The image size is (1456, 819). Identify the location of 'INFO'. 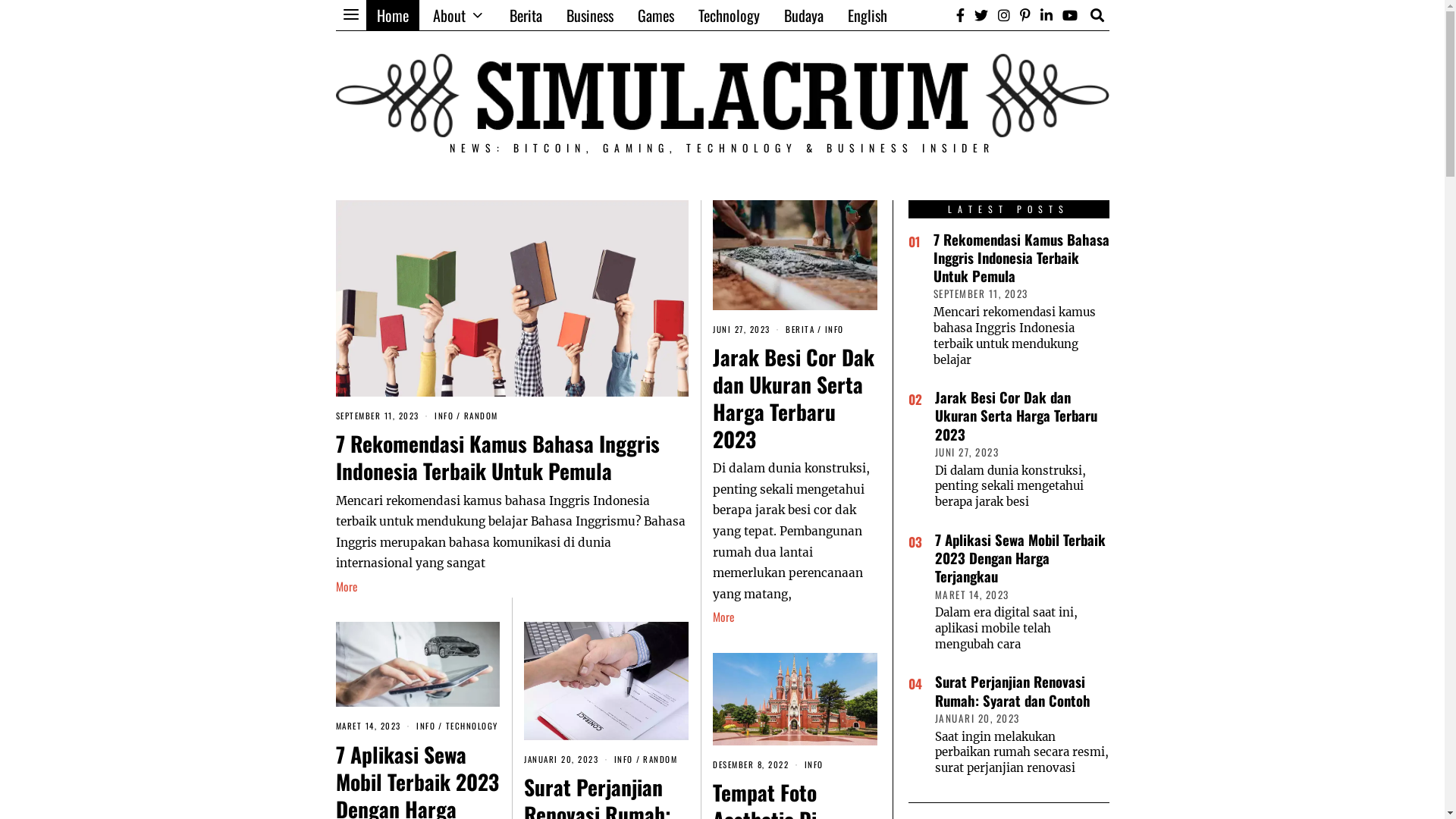
(813, 764).